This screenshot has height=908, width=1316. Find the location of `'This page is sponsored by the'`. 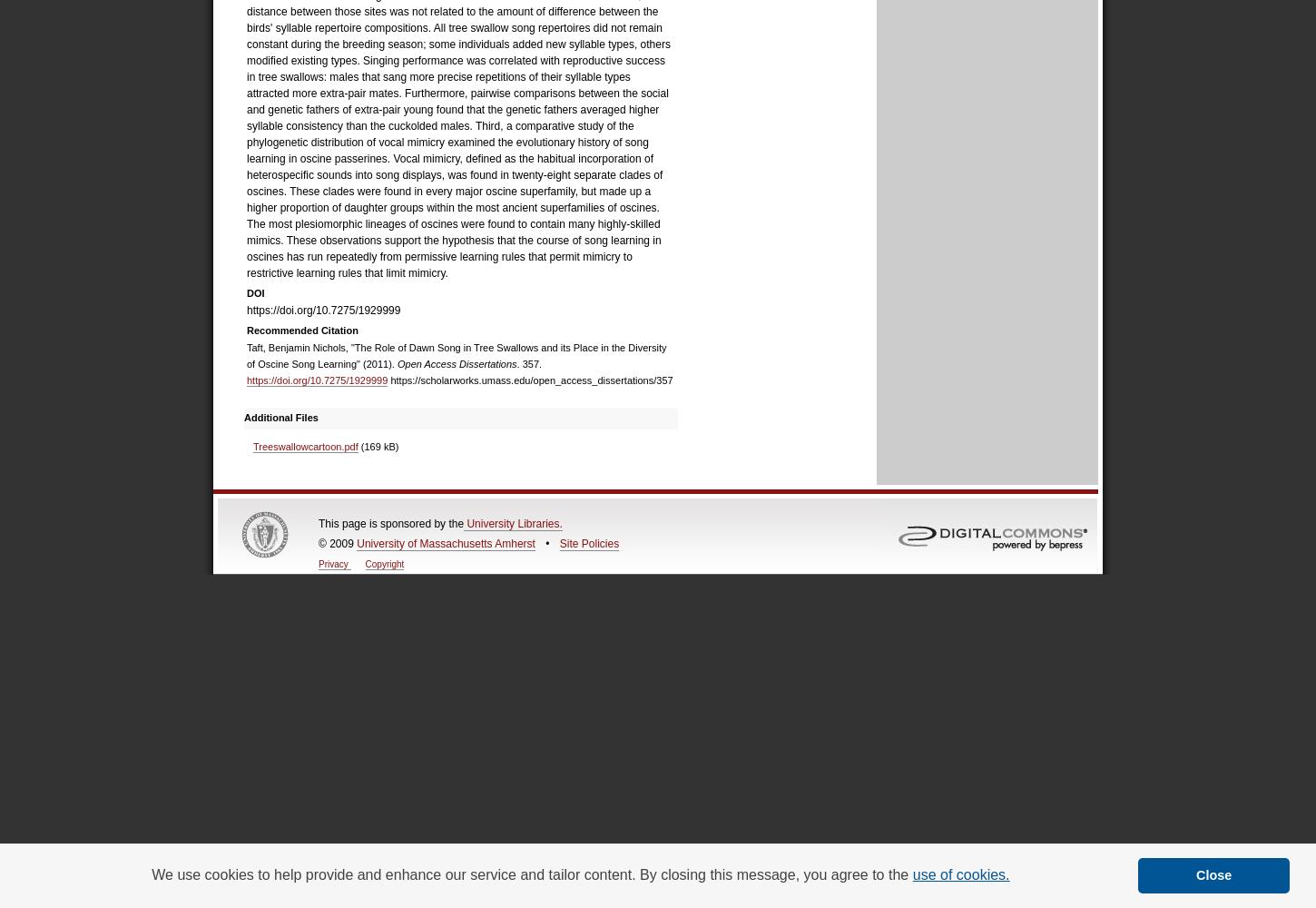

'This page is sponsored by the' is located at coordinates (389, 522).